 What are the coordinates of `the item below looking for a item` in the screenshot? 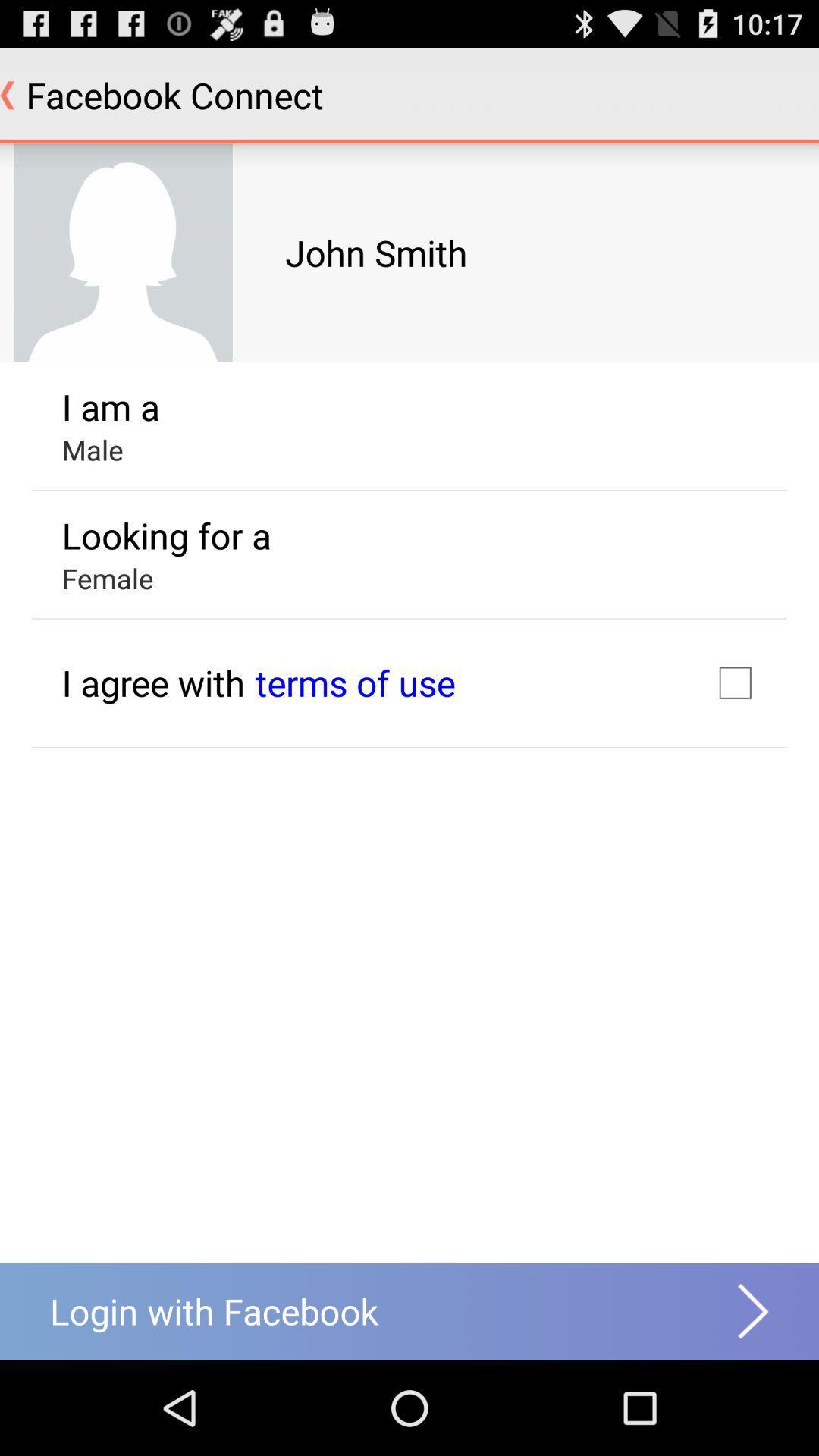 It's located at (355, 682).